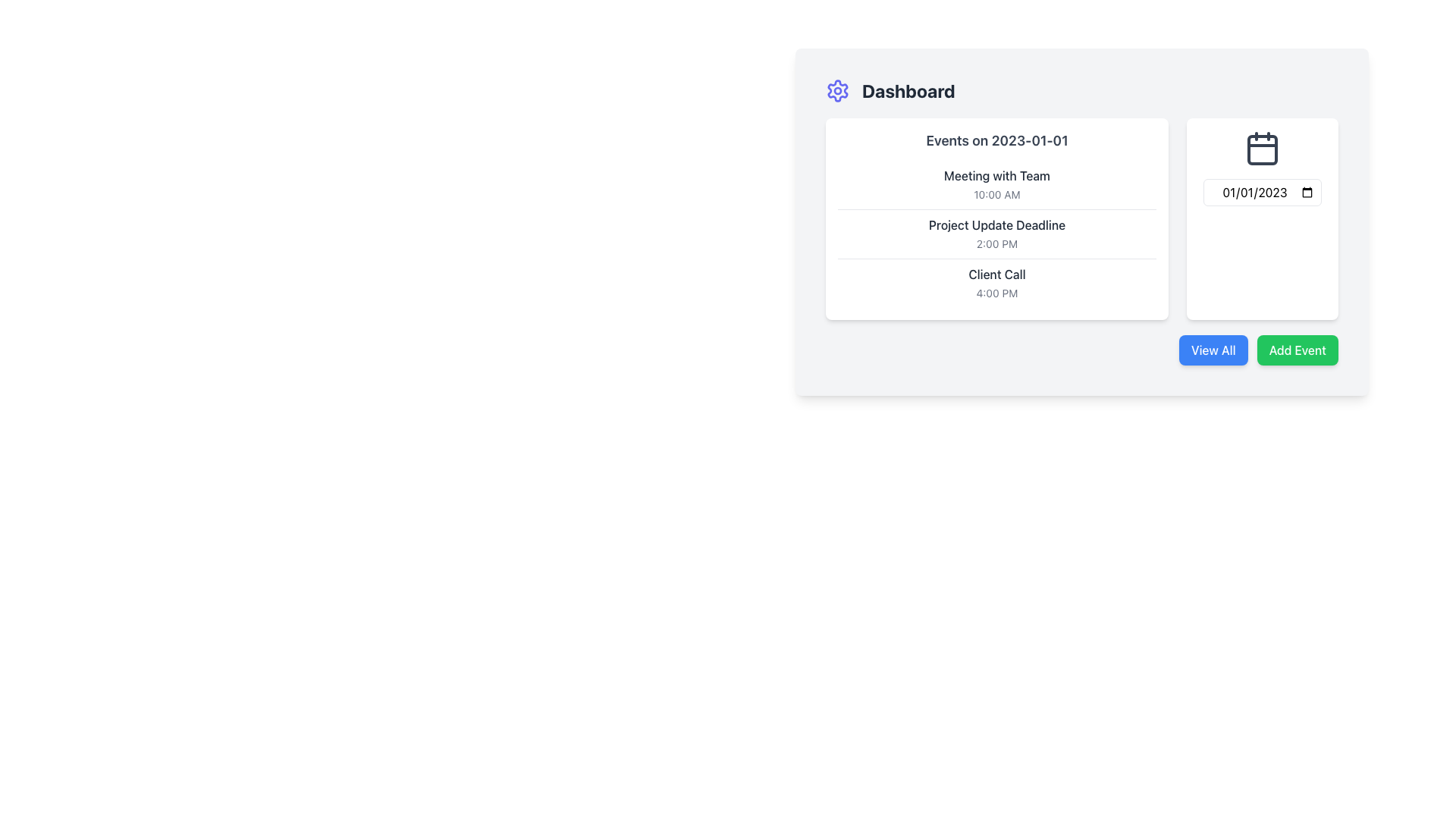 The height and width of the screenshot is (819, 1456). What do you see at coordinates (997, 293) in the screenshot?
I see `the non-interactive Text Label displaying the scheduled time for the event 'Client Call', located in the right-hand column beneath the title` at bounding box center [997, 293].